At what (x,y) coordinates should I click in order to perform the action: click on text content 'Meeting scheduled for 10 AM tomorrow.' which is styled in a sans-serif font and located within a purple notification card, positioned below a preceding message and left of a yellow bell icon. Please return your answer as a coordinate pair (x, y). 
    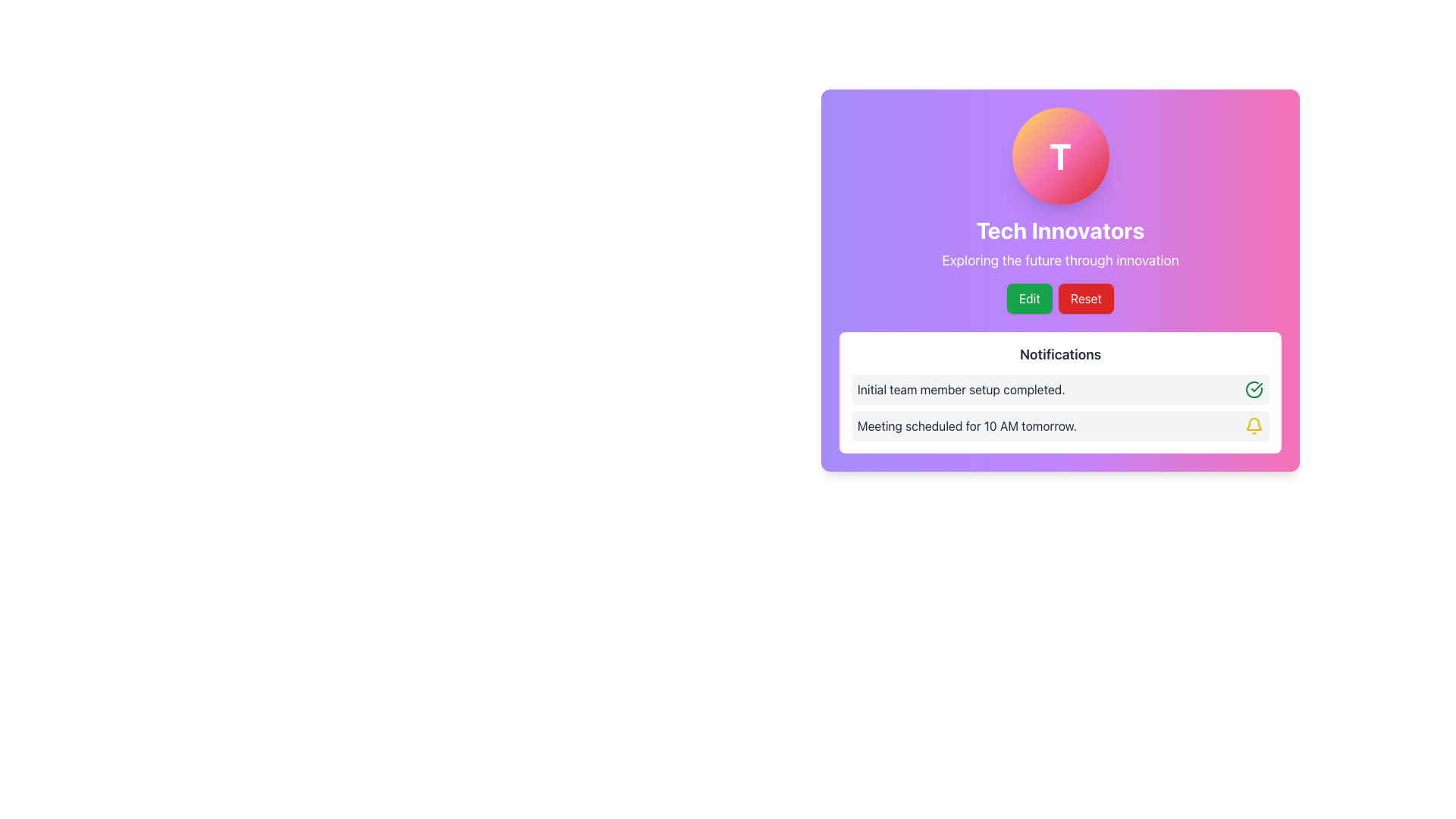
    Looking at the image, I should click on (966, 426).